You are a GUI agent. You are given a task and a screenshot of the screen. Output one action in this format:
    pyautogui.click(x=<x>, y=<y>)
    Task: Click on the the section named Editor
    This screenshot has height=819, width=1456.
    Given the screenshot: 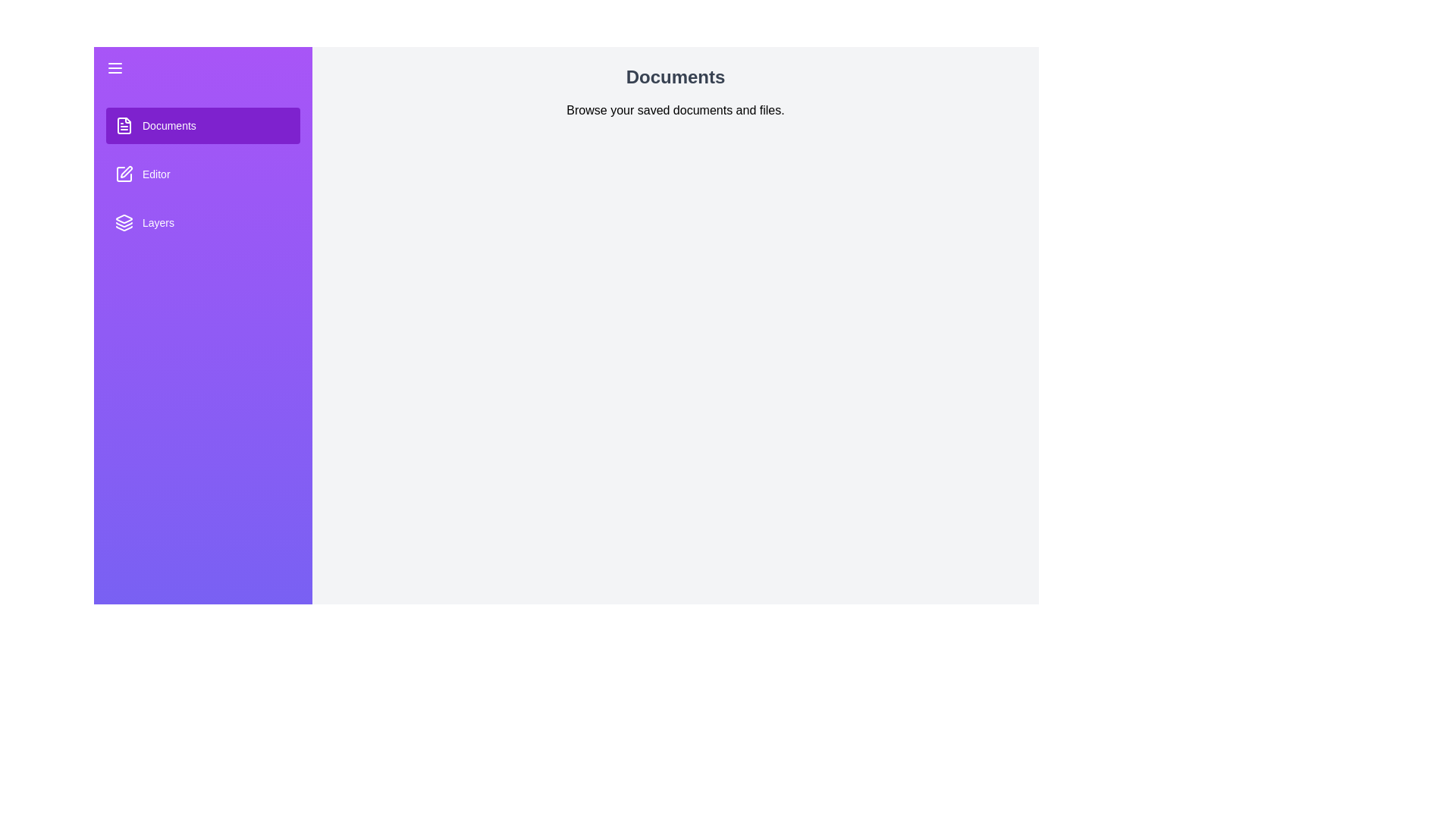 What is the action you would take?
    pyautogui.click(x=202, y=174)
    